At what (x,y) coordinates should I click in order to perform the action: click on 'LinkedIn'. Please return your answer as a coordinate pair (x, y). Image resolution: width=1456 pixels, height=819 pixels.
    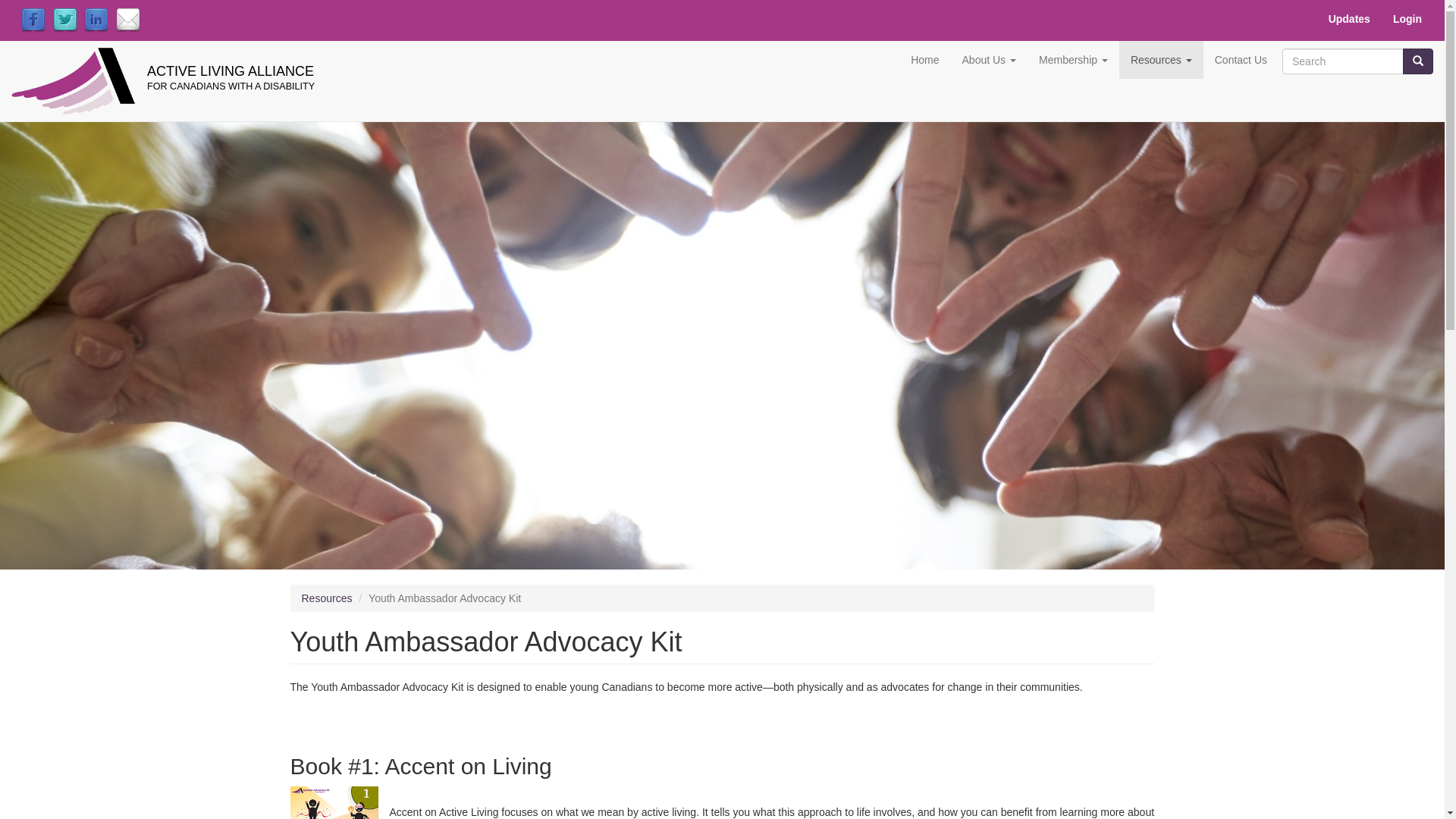
    Looking at the image, I should click on (83, 20).